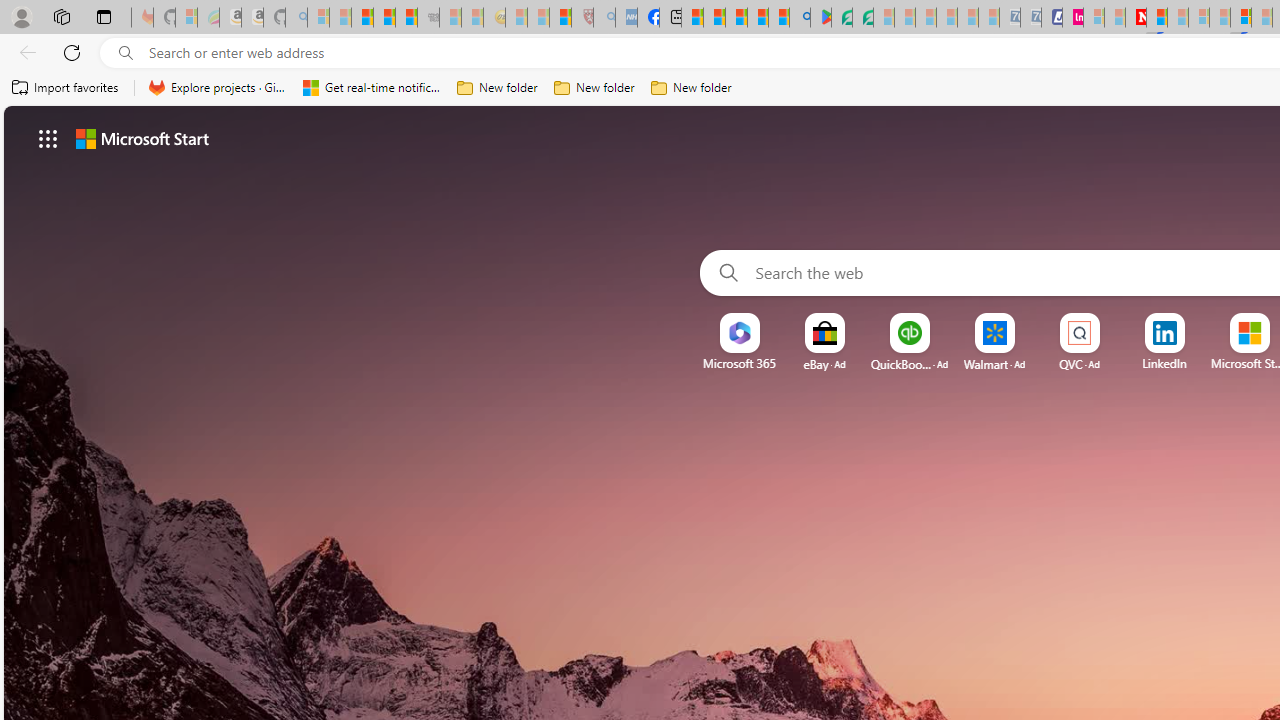 This screenshot has height=720, width=1280. What do you see at coordinates (862, 17) in the screenshot?
I see `'Microsoft Word - consumer-privacy address update 2.2021'` at bounding box center [862, 17].